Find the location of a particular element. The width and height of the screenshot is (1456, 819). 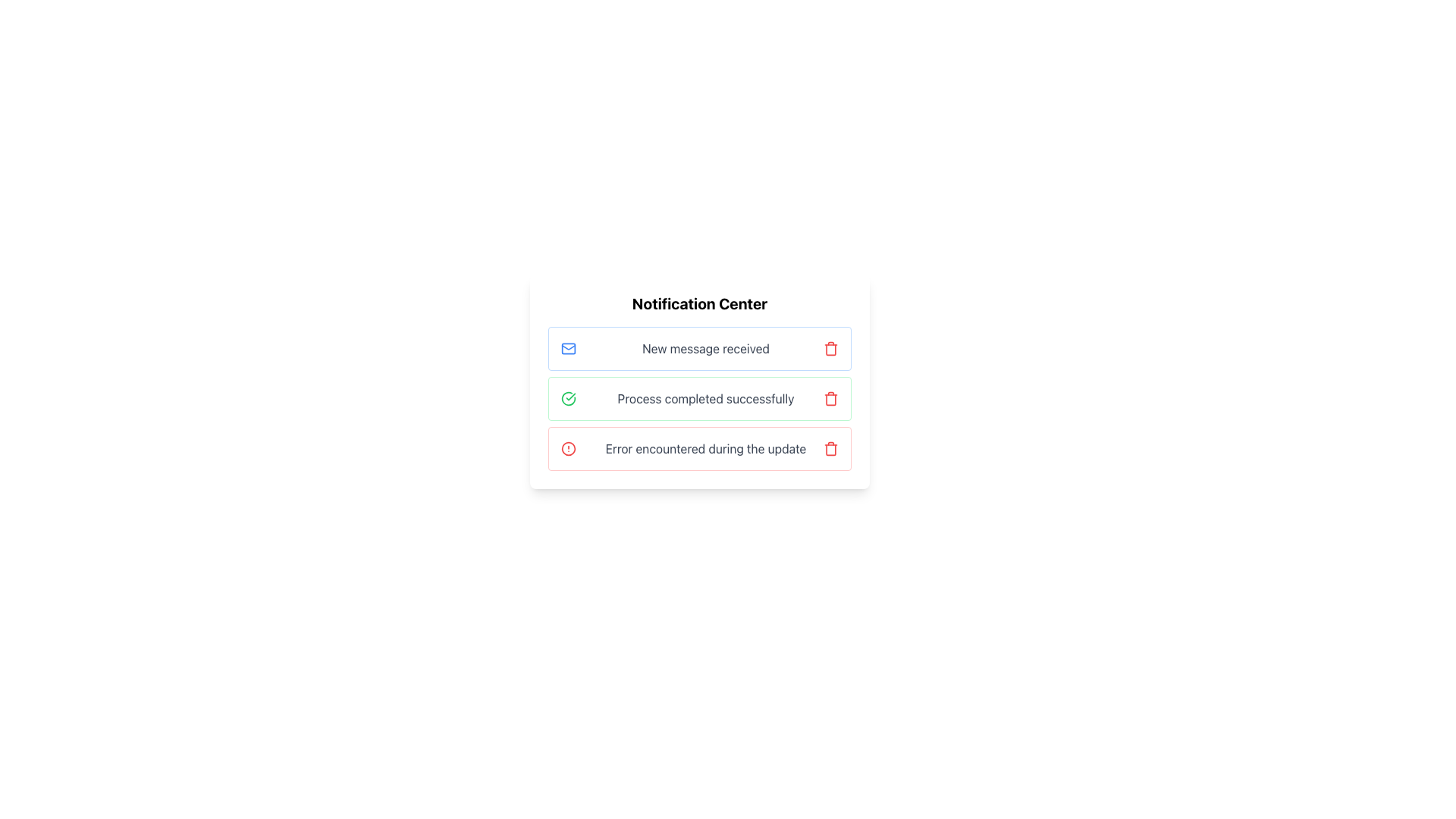

the small envelope graphic representing a mail icon, which features a triangular flap at the top, located in the notification area of the interface is located at coordinates (567, 347).